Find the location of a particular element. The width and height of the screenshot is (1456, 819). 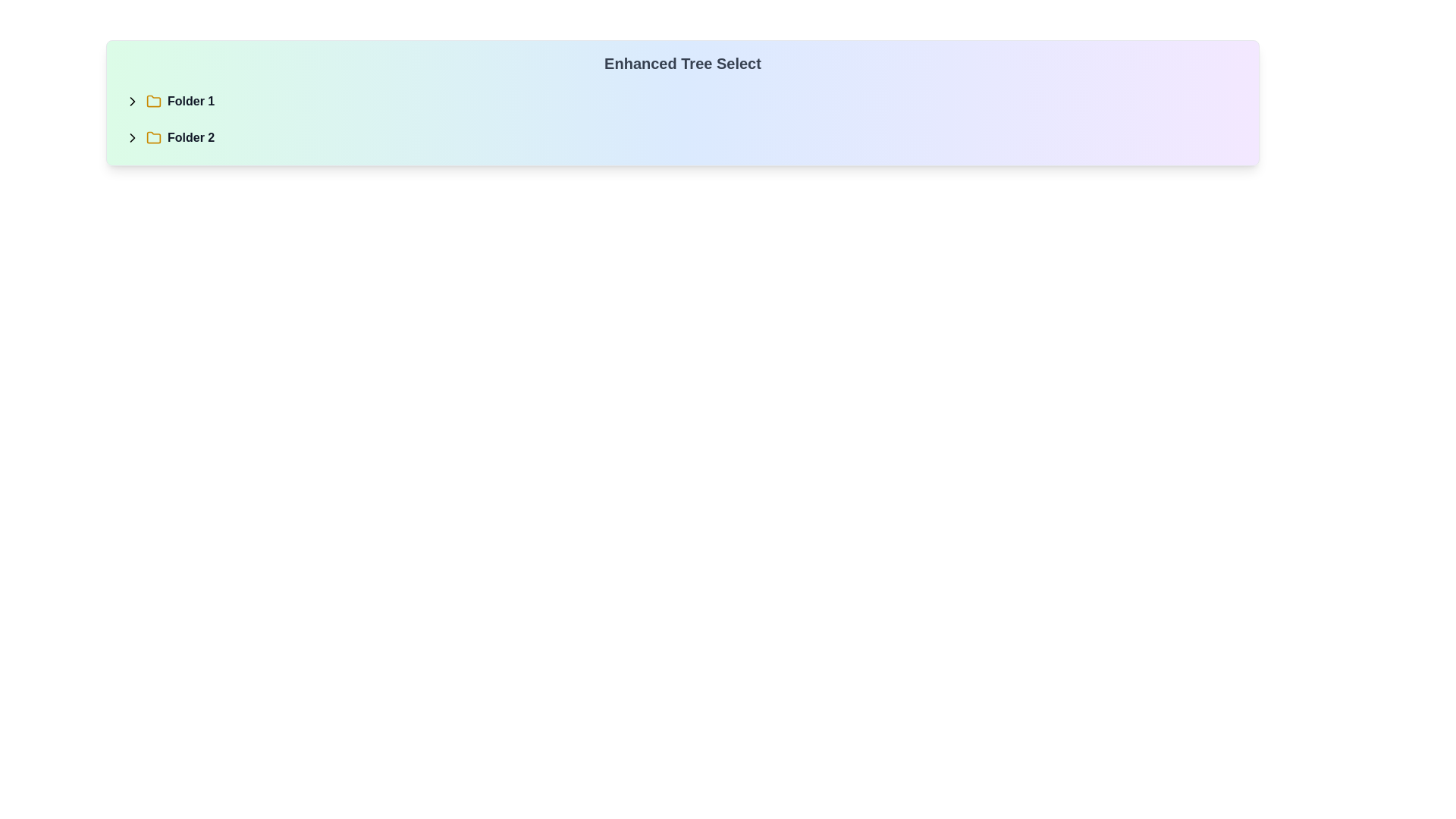

the text label 'Folder 2', which is styled in bold and dark gray is located at coordinates (190, 137).